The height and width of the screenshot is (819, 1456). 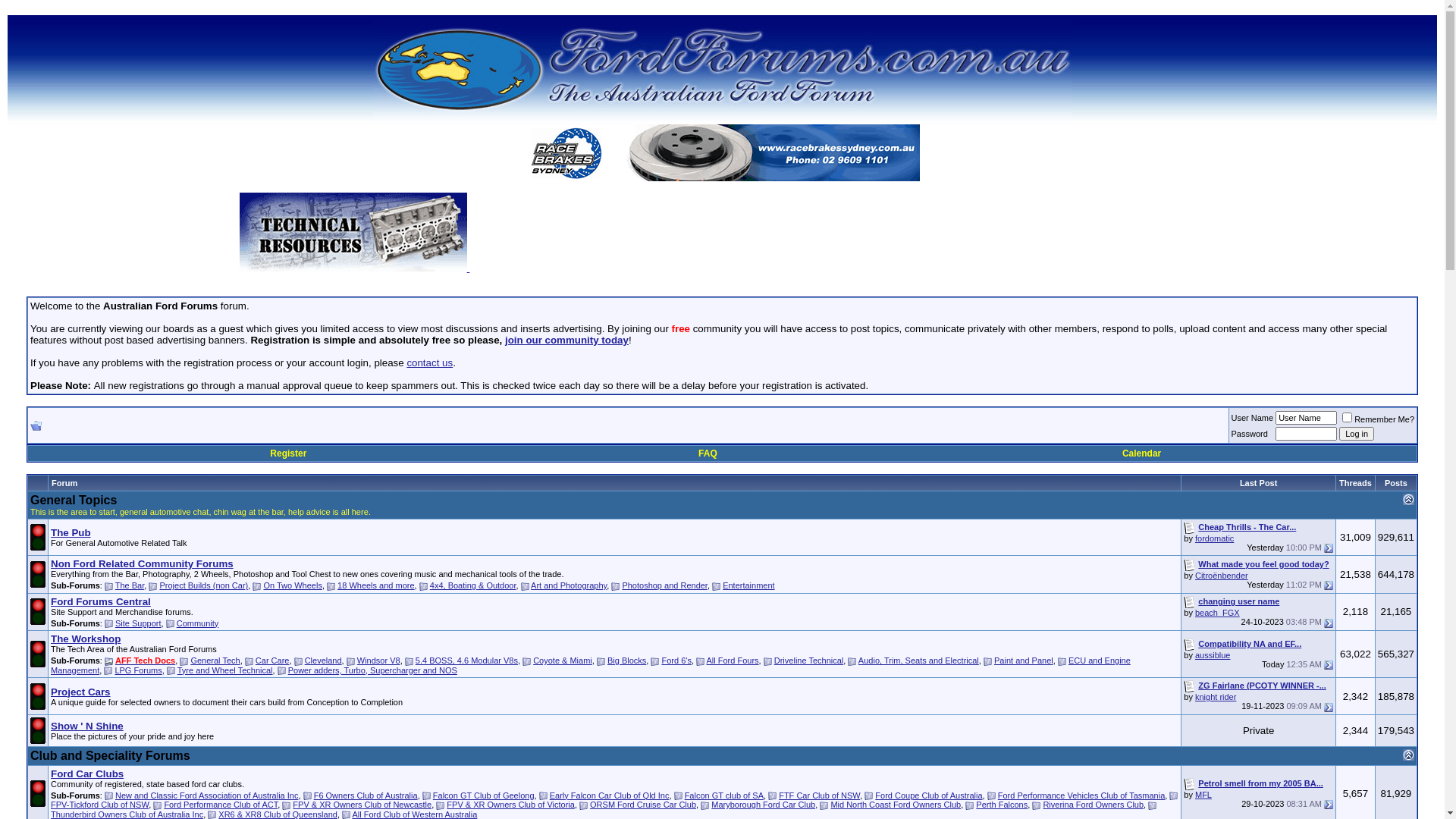 What do you see at coordinates (808, 660) in the screenshot?
I see `'Driveline Technical'` at bounding box center [808, 660].